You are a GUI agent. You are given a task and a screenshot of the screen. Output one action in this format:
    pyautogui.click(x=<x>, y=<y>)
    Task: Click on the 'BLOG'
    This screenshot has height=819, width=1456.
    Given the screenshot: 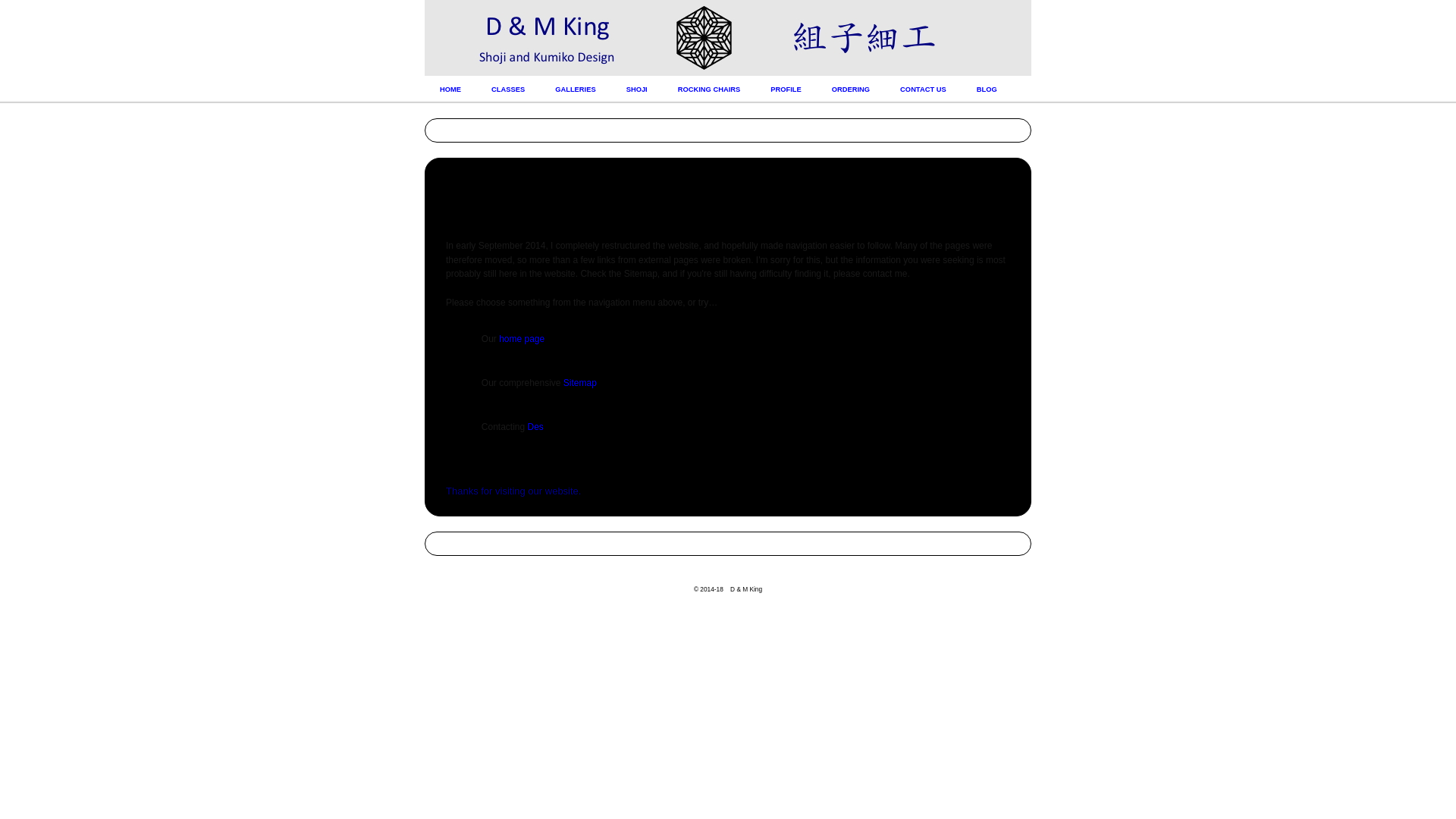 What is the action you would take?
    pyautogui.click(x=987, y=89)
    